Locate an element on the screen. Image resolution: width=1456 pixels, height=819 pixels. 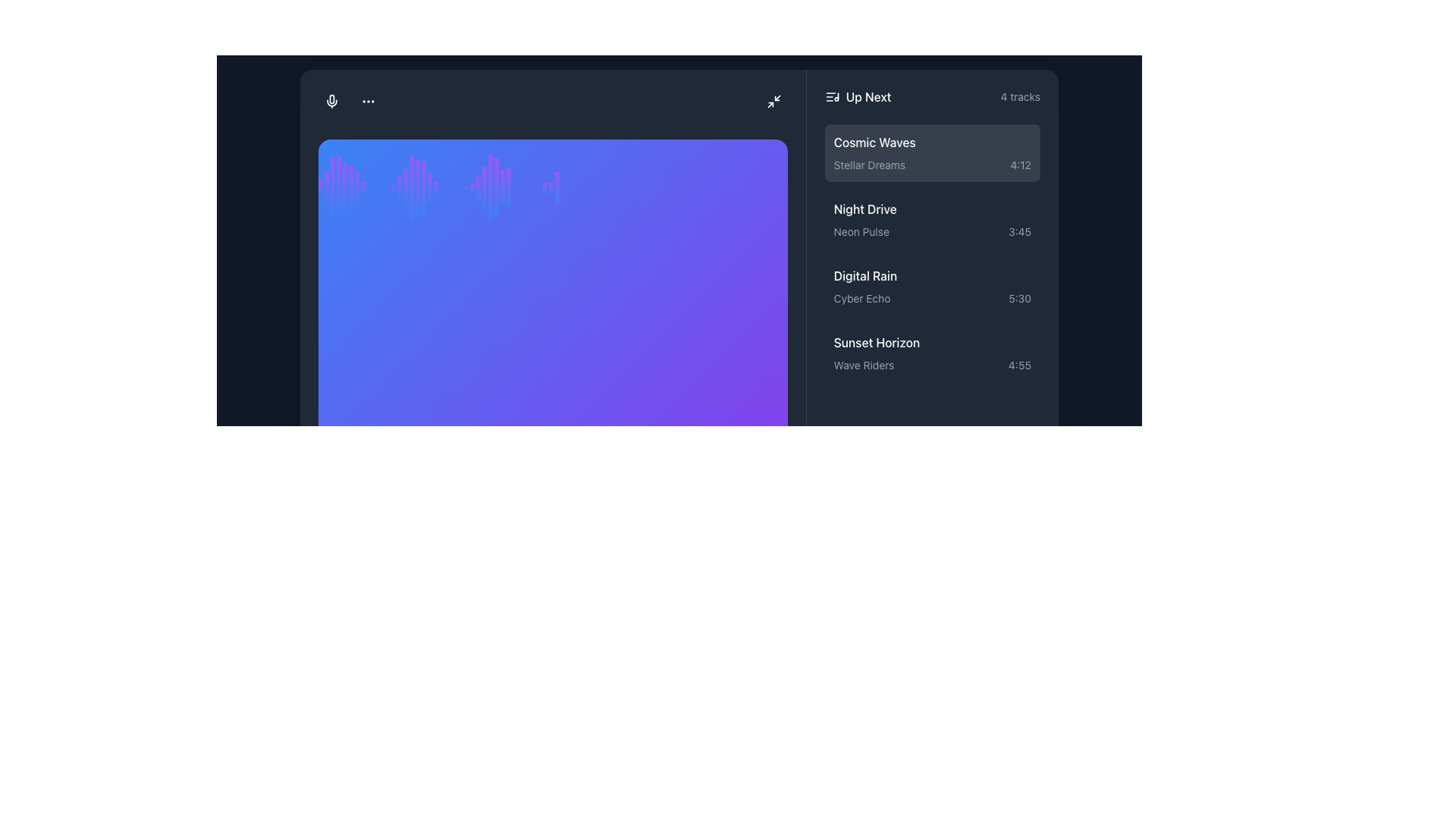
the third list item titled 'Digital Rain' with the subtitle 'Cyber Echo' is located at coordinates (931, 286).